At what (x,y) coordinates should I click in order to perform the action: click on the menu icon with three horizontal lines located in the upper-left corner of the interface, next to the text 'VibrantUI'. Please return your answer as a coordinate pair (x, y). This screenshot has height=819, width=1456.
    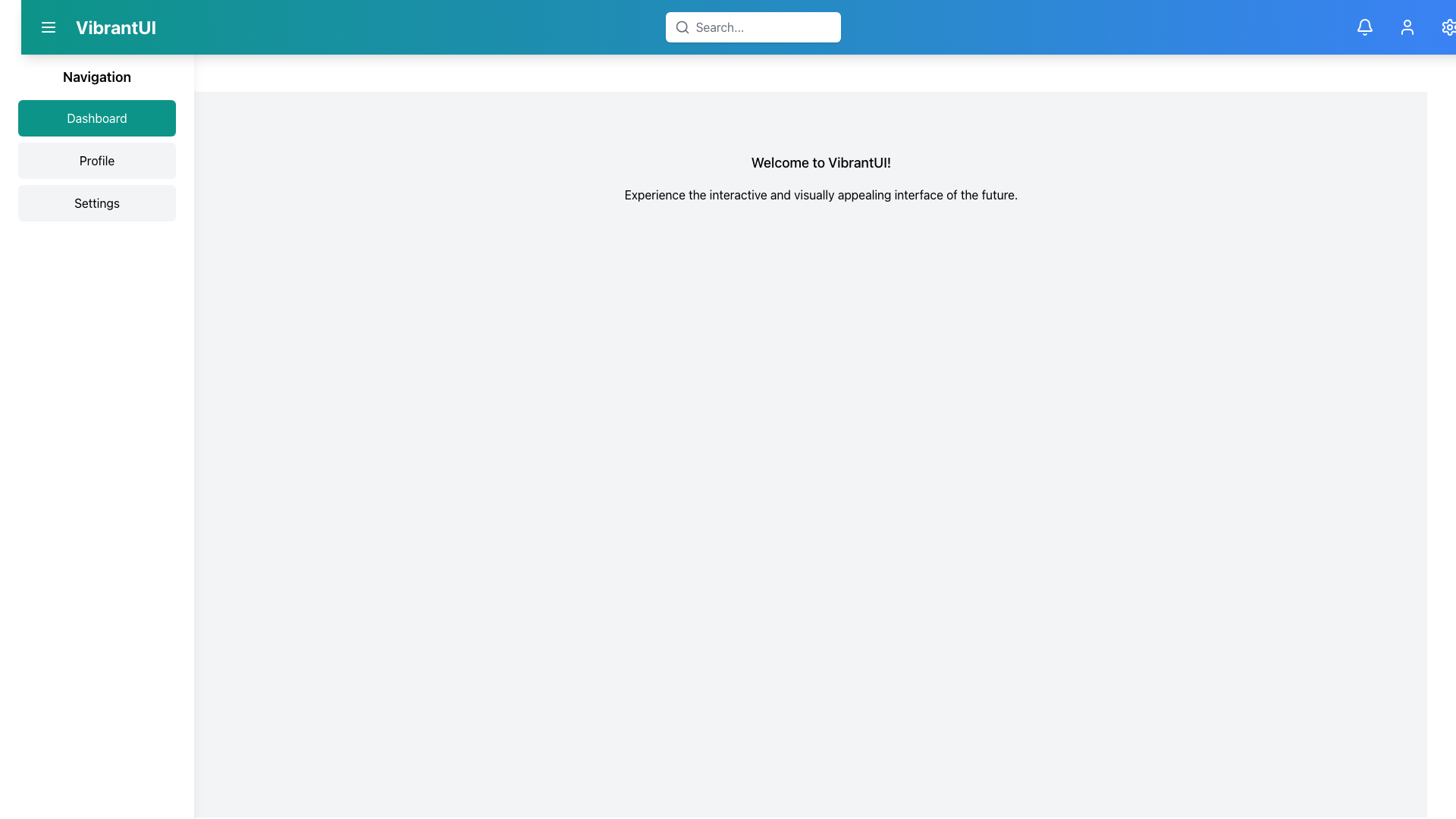
    Looking at the image, I should click on (48, 27).